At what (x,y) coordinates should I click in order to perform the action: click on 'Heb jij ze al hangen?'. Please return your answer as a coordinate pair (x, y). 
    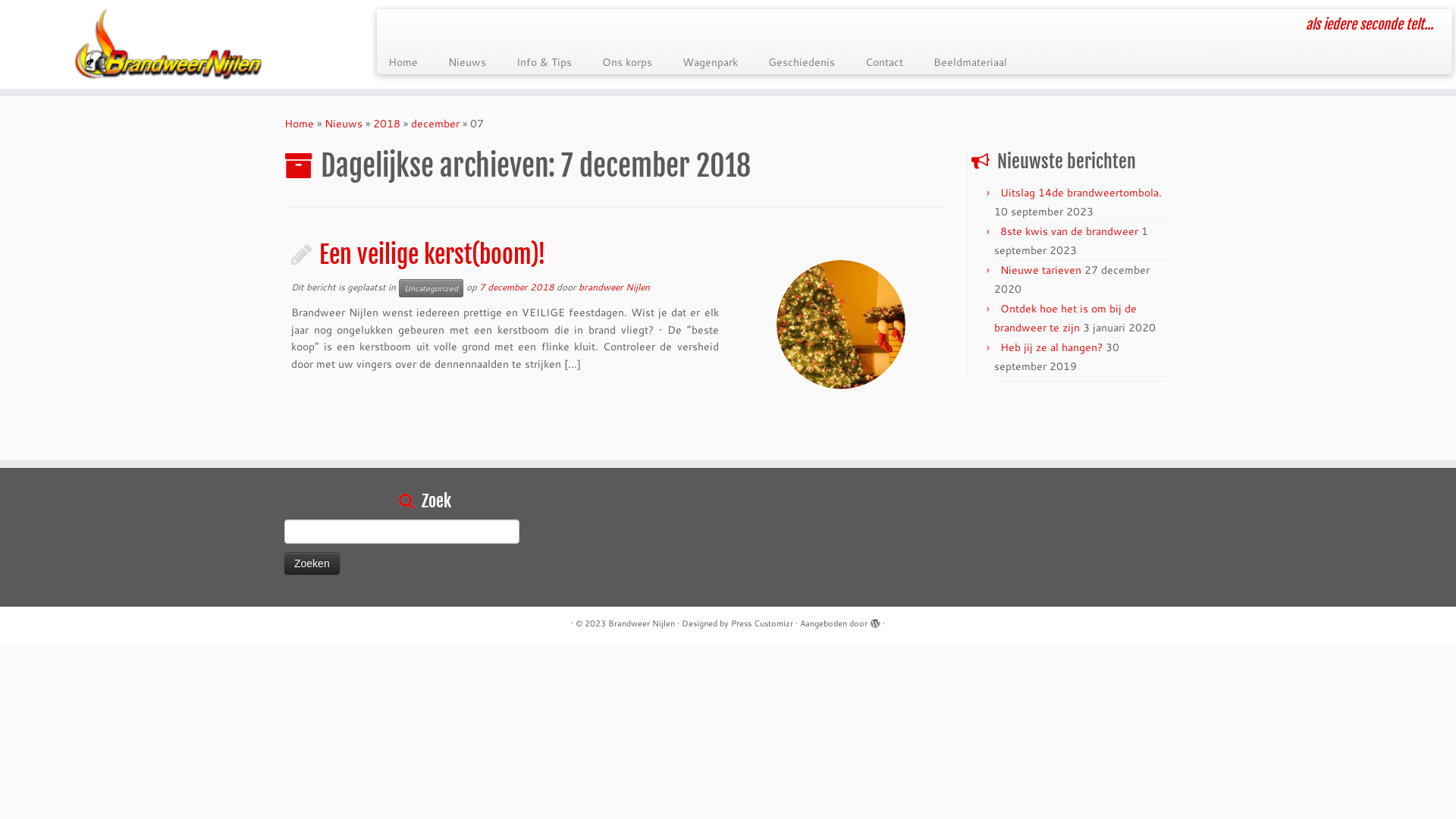
    Looking at the image, I should click on (1000, 347).